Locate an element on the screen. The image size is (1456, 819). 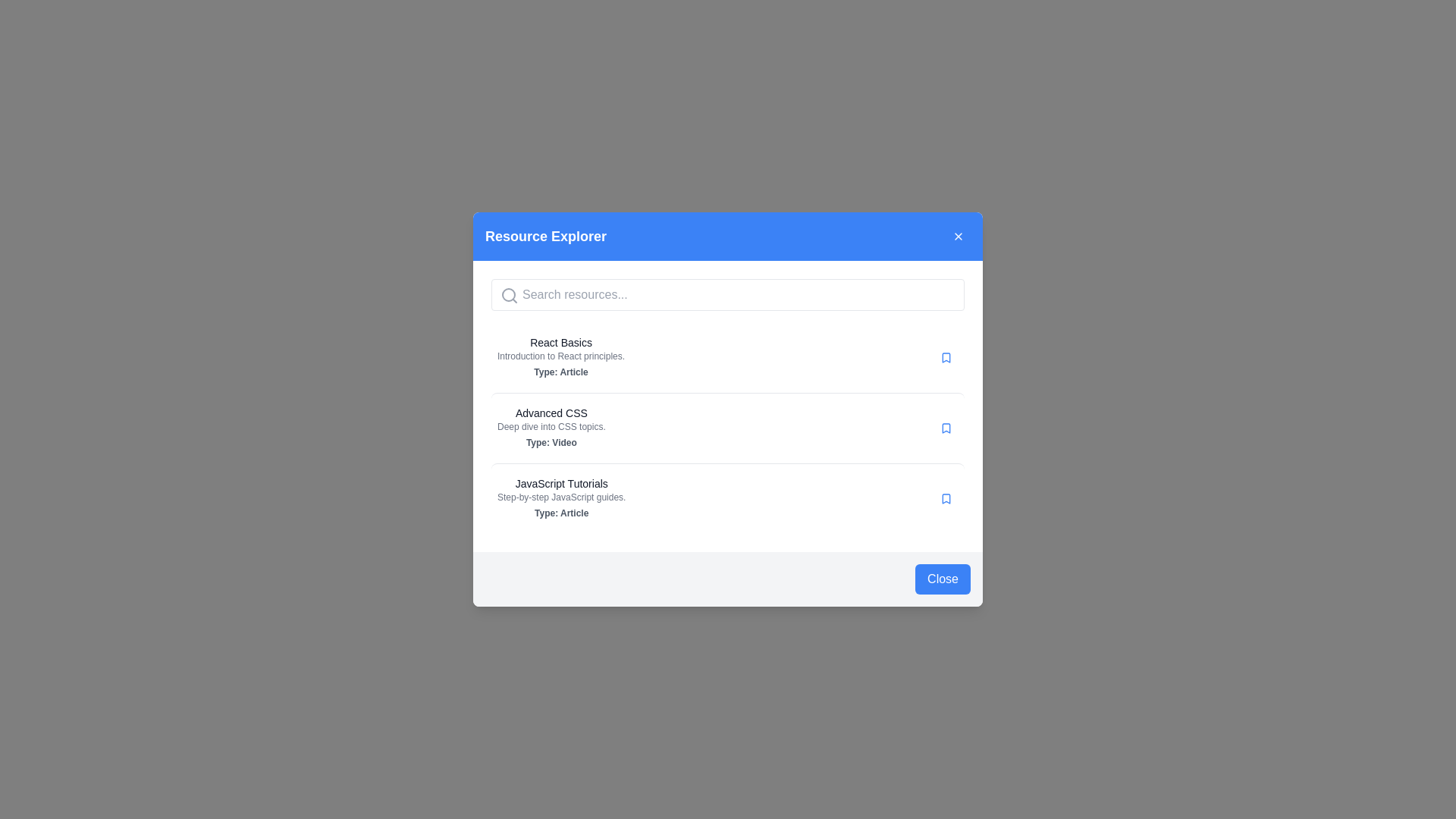
the JavaScript tutorials list item is located at coordinates (728, 497).